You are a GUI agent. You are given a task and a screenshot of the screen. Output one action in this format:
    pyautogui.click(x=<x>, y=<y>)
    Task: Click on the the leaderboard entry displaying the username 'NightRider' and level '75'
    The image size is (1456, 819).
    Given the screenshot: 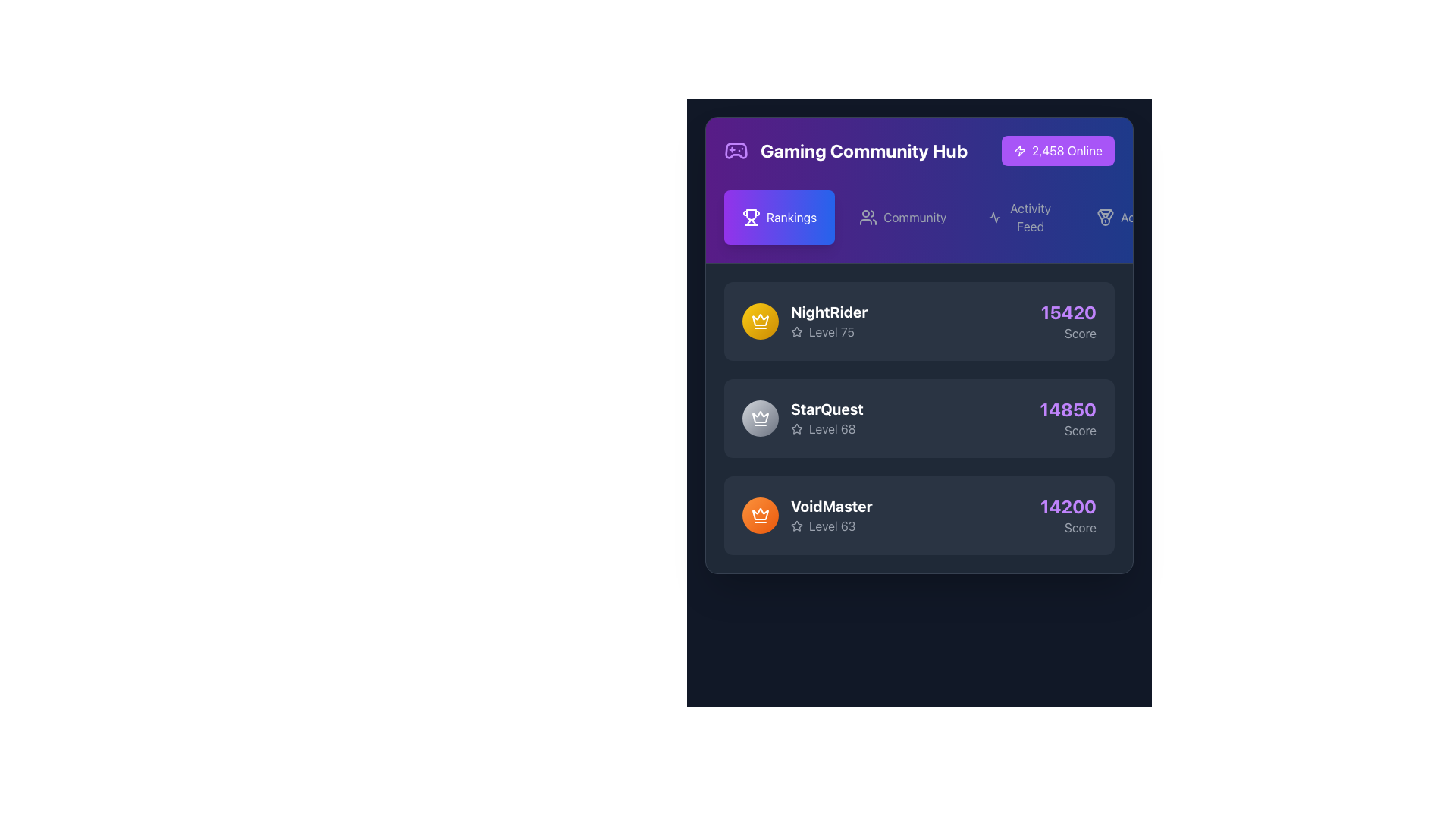 What is the action you would take?
    pyautogui.click(x=828, y=321)
    